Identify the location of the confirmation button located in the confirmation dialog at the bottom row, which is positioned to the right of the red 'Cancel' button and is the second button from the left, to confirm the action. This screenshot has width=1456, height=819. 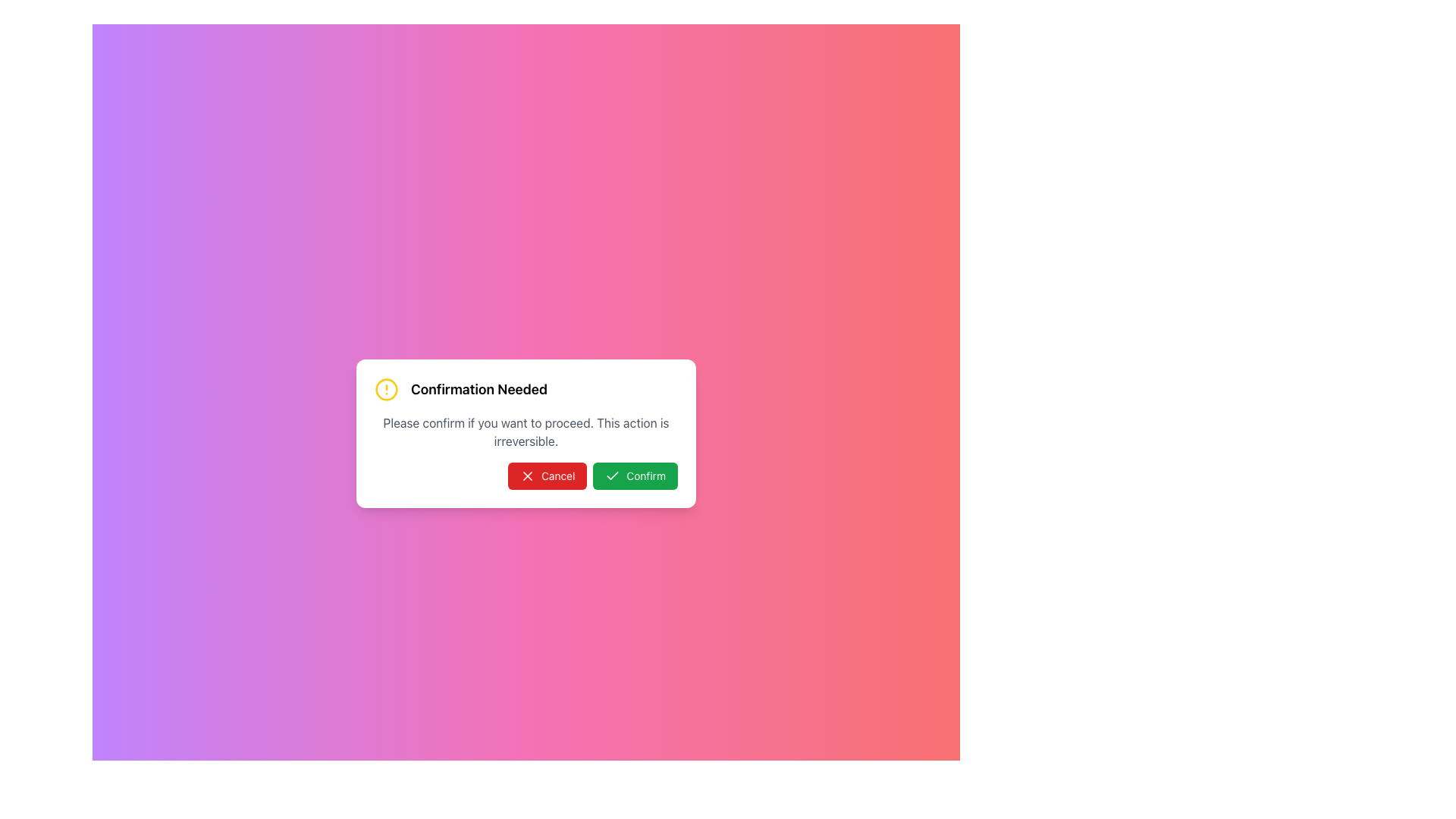
(635, 475).